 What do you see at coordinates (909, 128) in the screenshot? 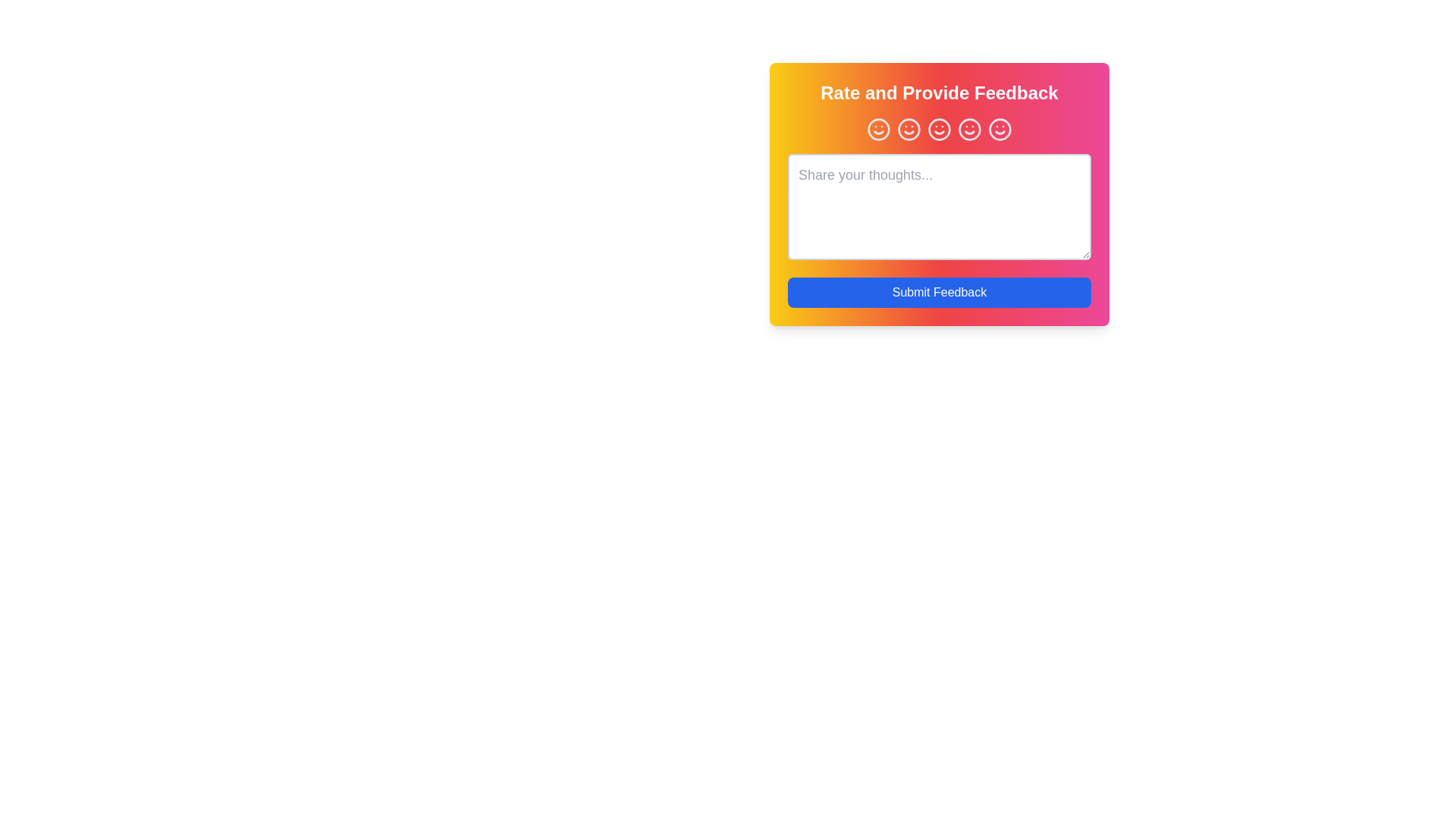
I see `the smiley face corresponding to the rating 2` at bounding box center [909, 128].